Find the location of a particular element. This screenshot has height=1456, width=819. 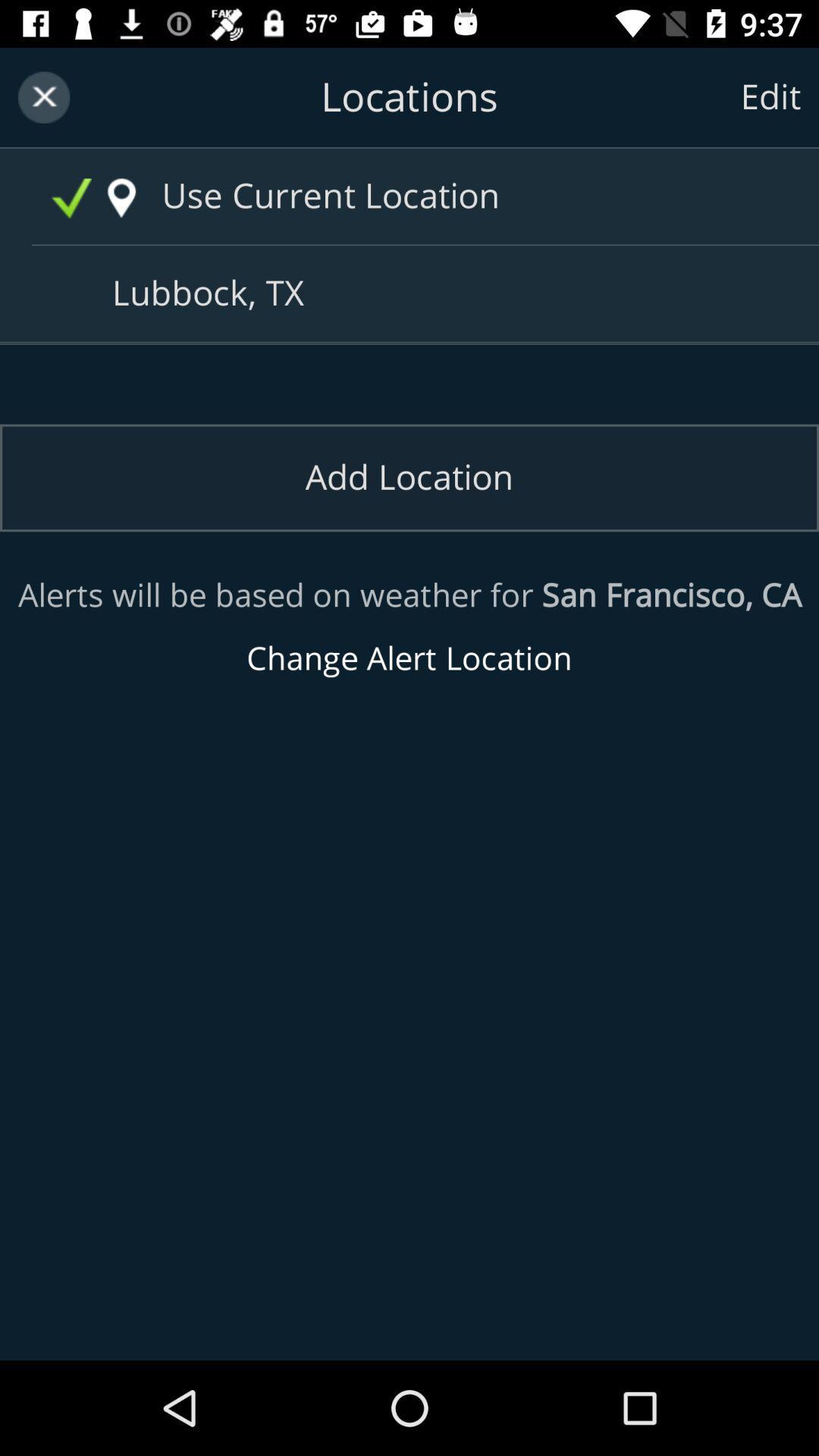

location icon is located at coordinates (121, 198).